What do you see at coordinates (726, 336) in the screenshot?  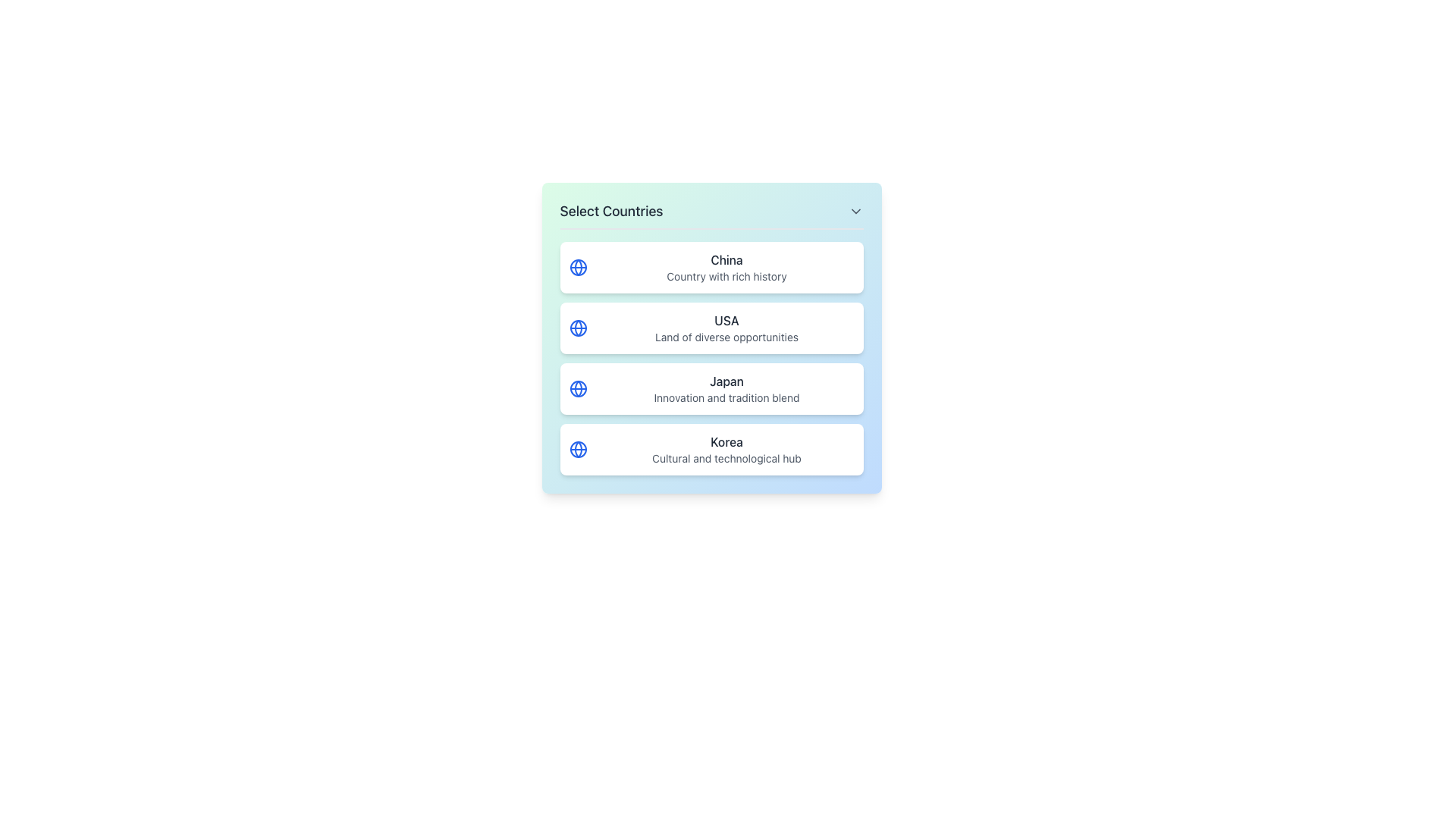 I see `the text label providing additional descriptive information about the country USA, located below the bold title 'USA' in the country list` at bounding box center [726, 336].